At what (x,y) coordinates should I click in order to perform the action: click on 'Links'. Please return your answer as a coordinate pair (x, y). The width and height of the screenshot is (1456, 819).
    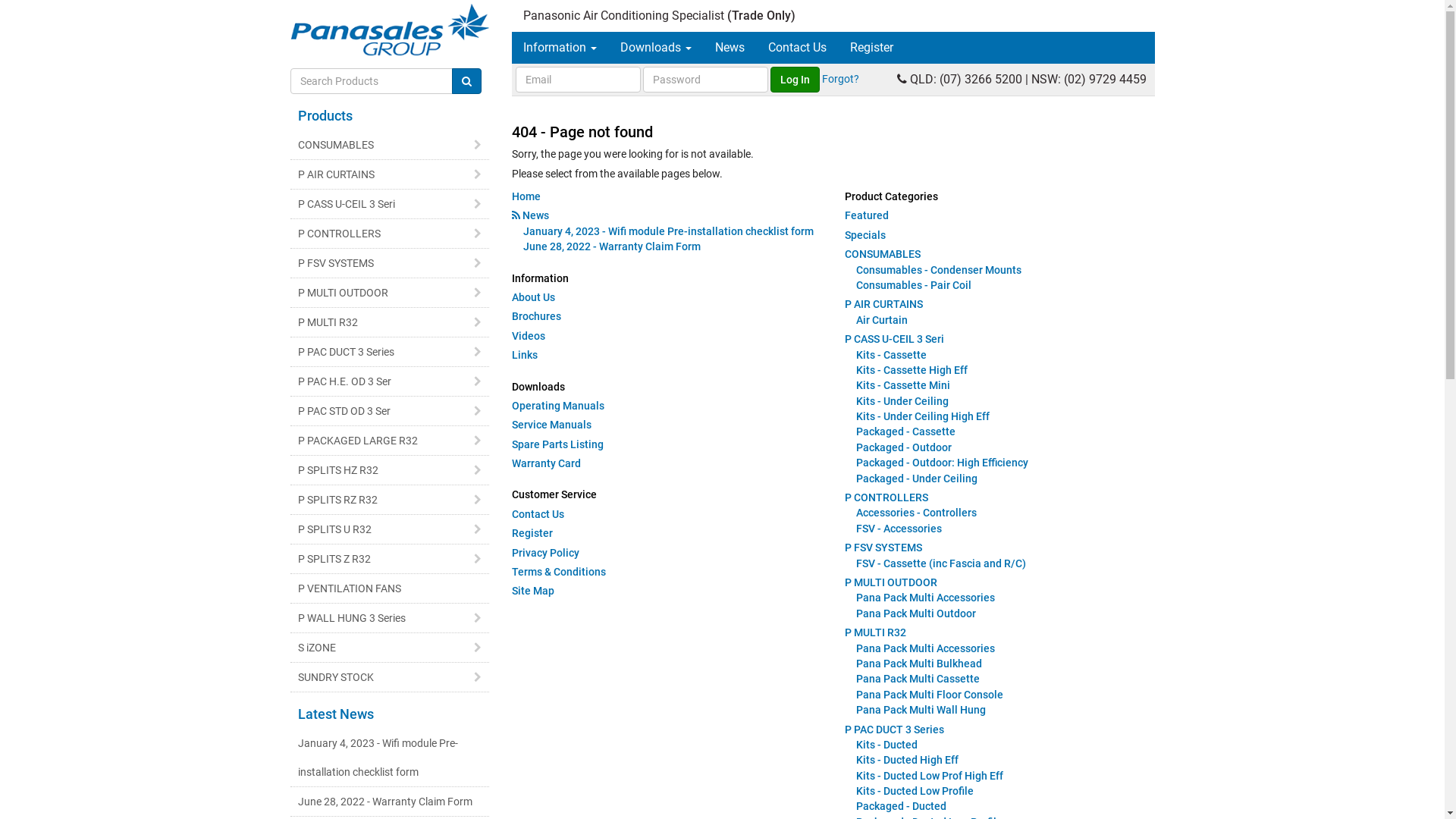
    Looking at the image, I should click on (524, 354).